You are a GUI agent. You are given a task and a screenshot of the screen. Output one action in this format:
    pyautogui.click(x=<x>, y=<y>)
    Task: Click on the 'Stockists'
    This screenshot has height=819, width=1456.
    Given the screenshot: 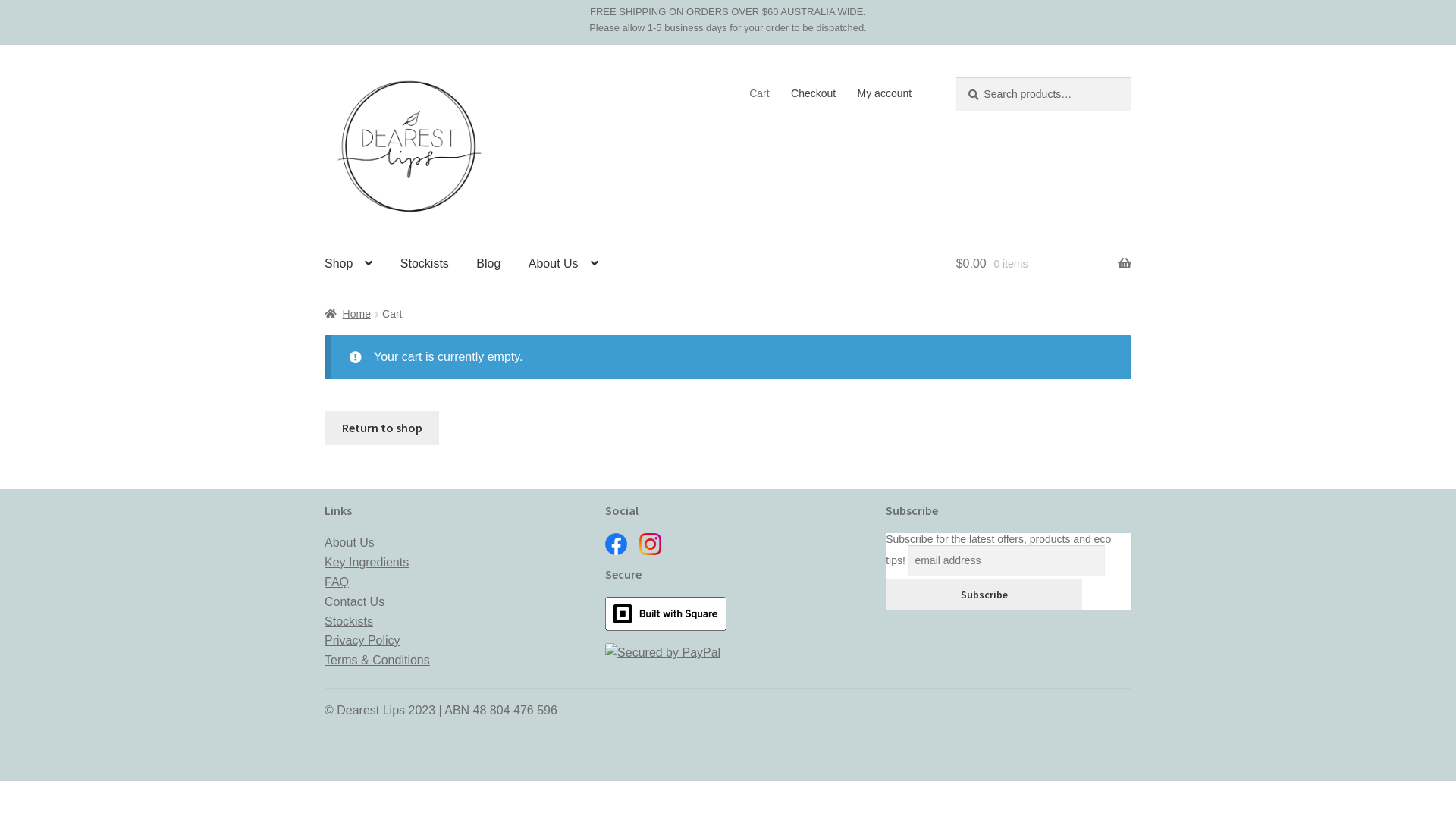 What is the action you would take?
    pyautogui.click(x=348, y=621)
    